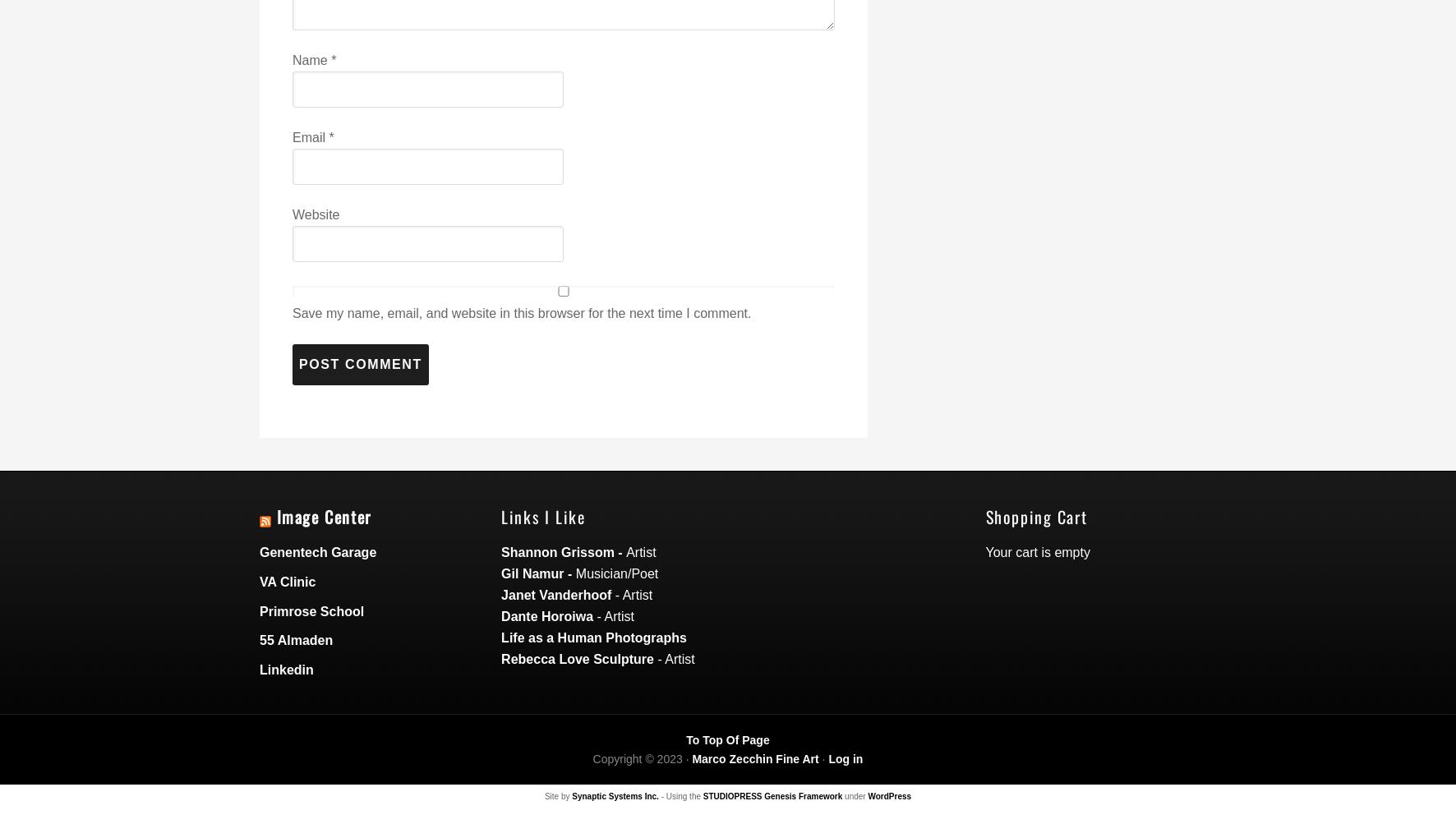 The image size is (1456, 824). Describe the element at coordinates (845, 757) in the screenshot. I see `'Log in'` at that location.